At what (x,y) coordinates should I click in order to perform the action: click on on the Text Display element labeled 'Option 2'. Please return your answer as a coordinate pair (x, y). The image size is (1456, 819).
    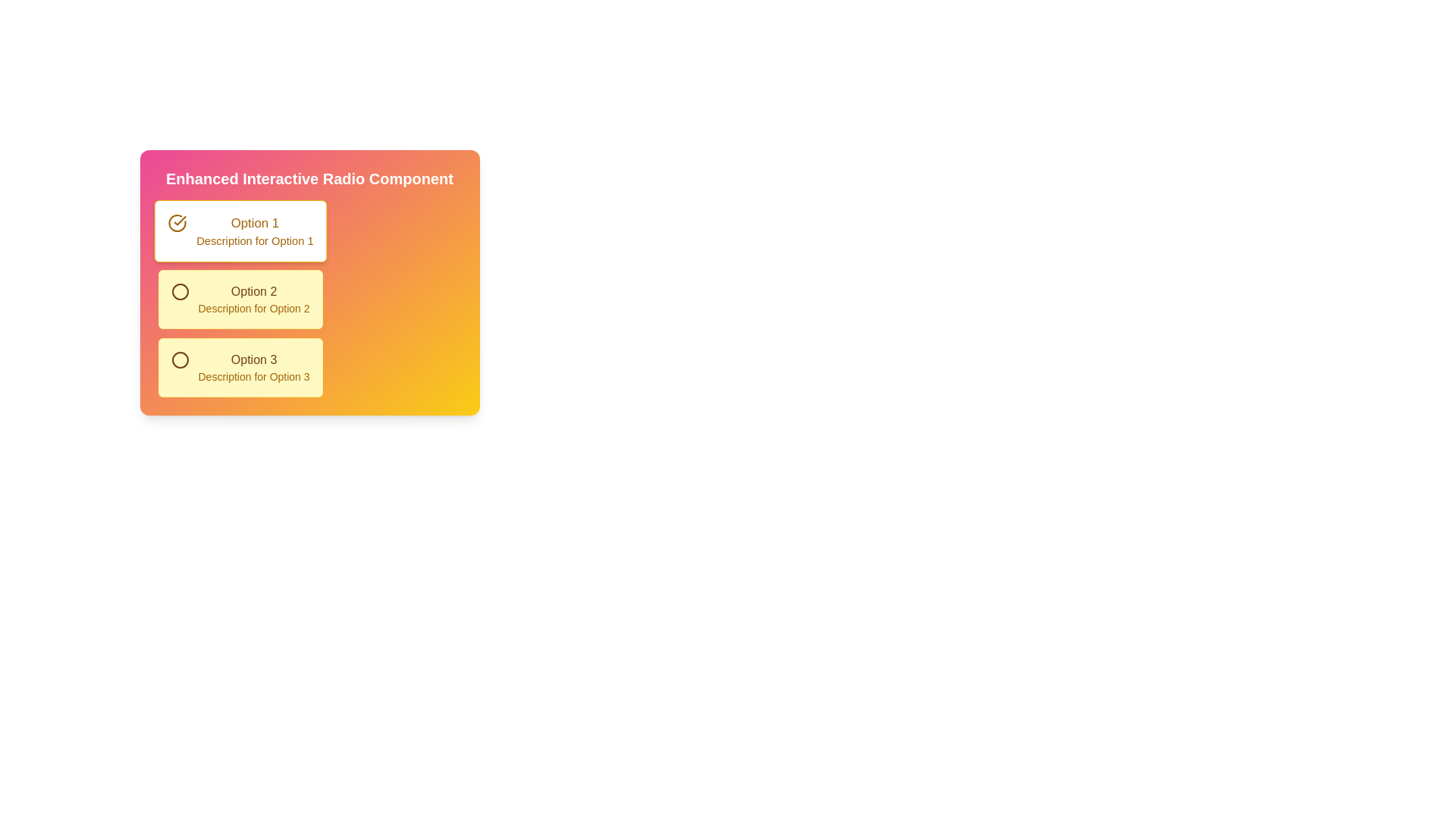
    Looking at the image, I should click on (254, 299).